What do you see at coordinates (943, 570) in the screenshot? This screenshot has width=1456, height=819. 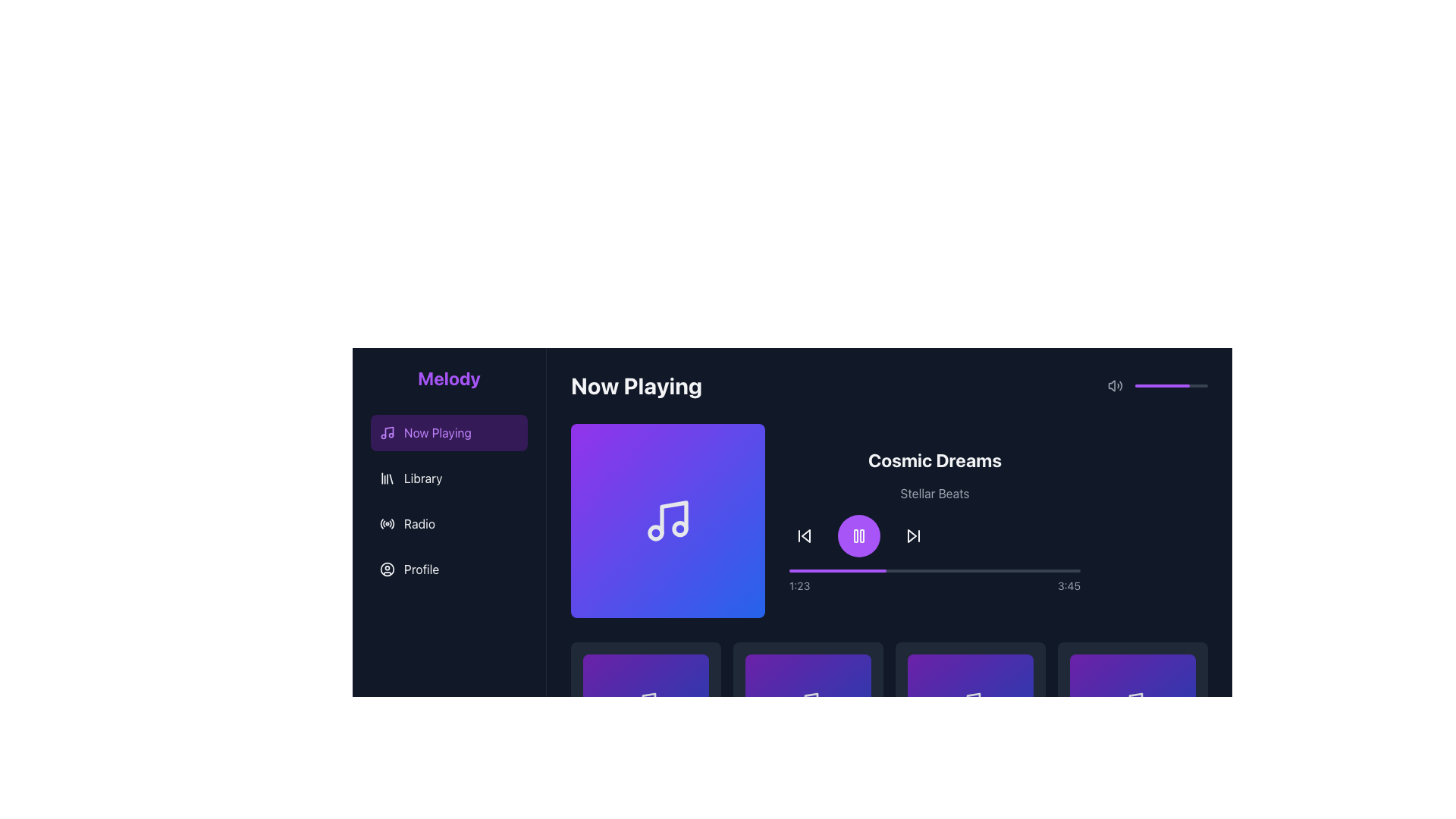 I see `media playback` at bounding box center [943, 570].